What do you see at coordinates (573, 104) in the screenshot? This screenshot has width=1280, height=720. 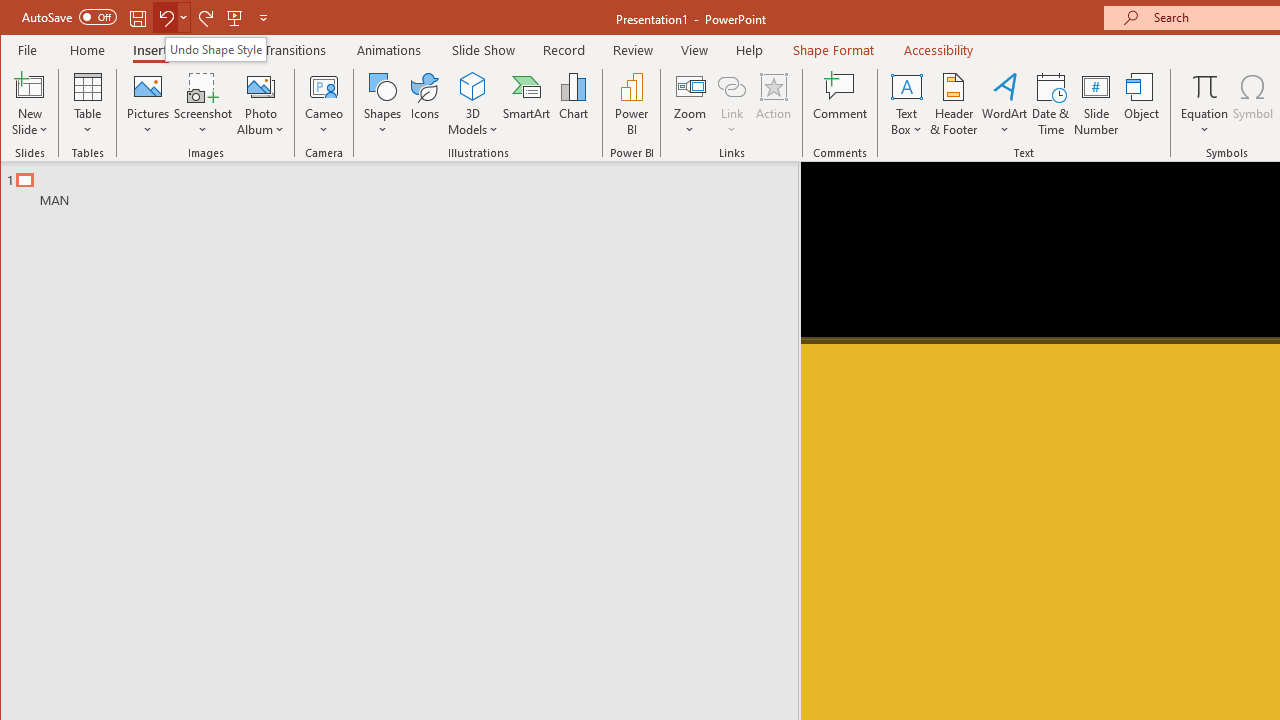 I see `'Chart...'` at bounding box center [573, 104].